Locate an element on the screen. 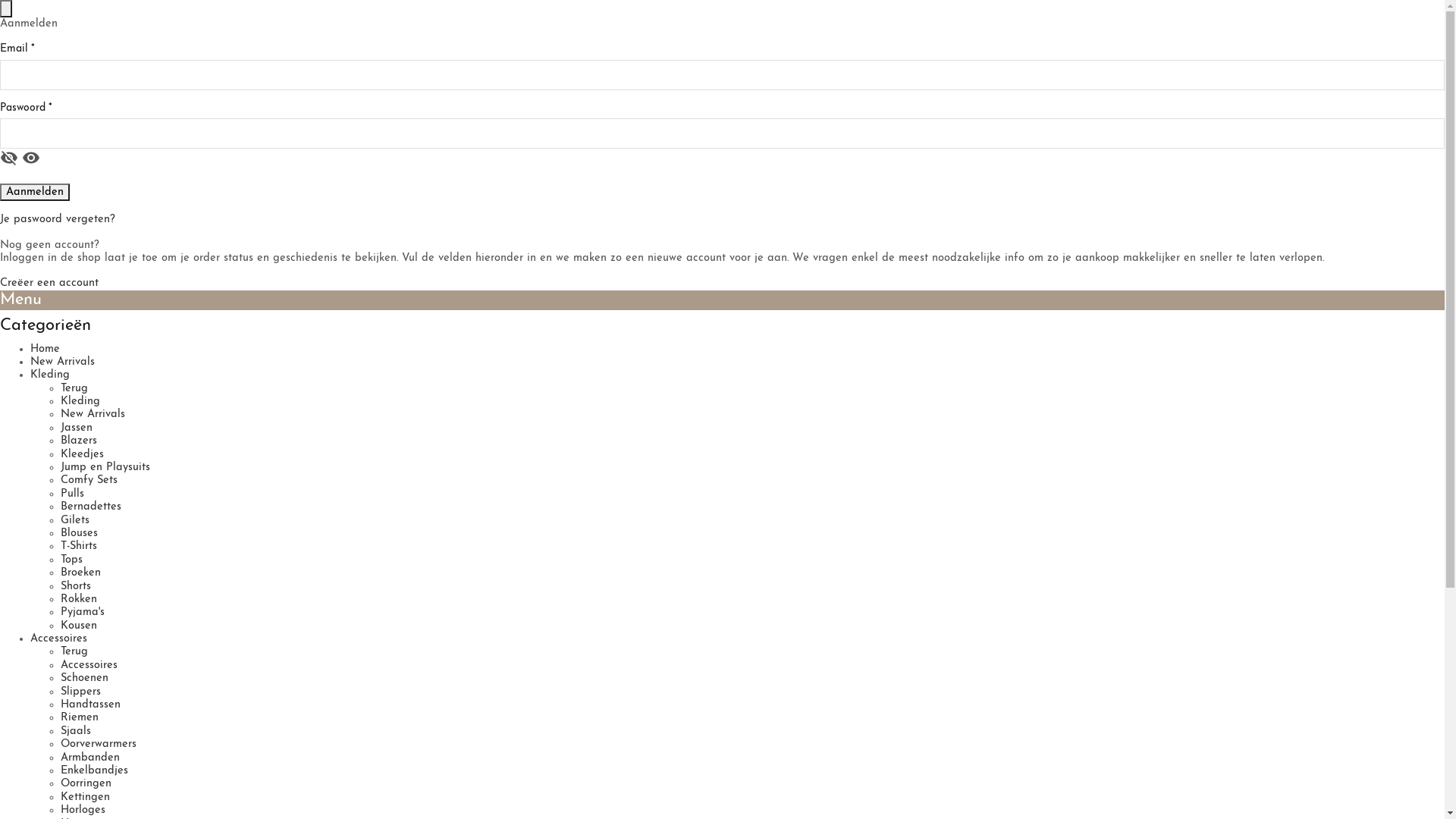  'Je paswoord vergeten?' is located at coordinates (58, 219).